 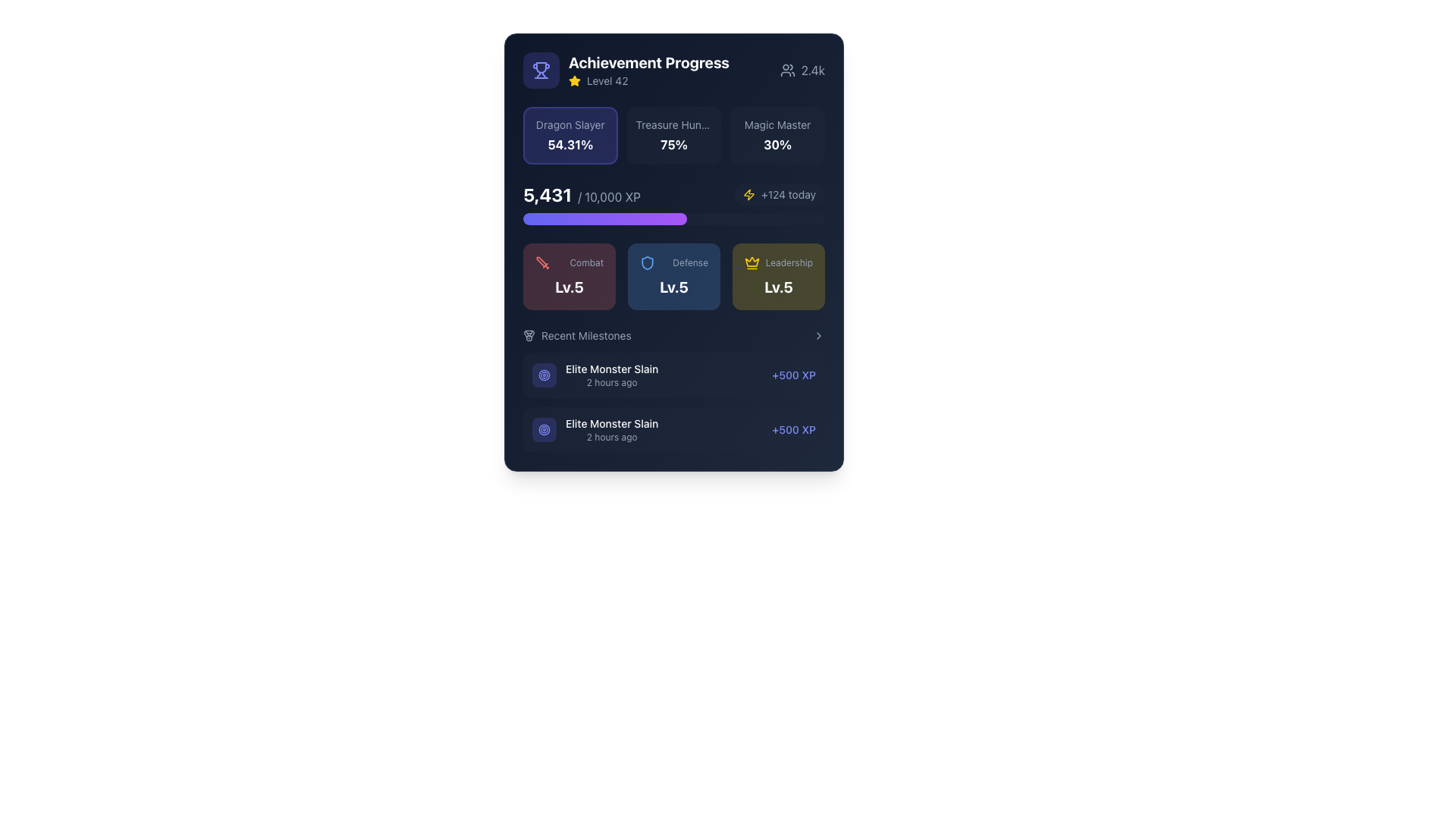 I want to click on the Text Label indicating the user's level, which is positioned to the right of the star icon in the 'Achievement Progress' section, so click(x=607, y=81).